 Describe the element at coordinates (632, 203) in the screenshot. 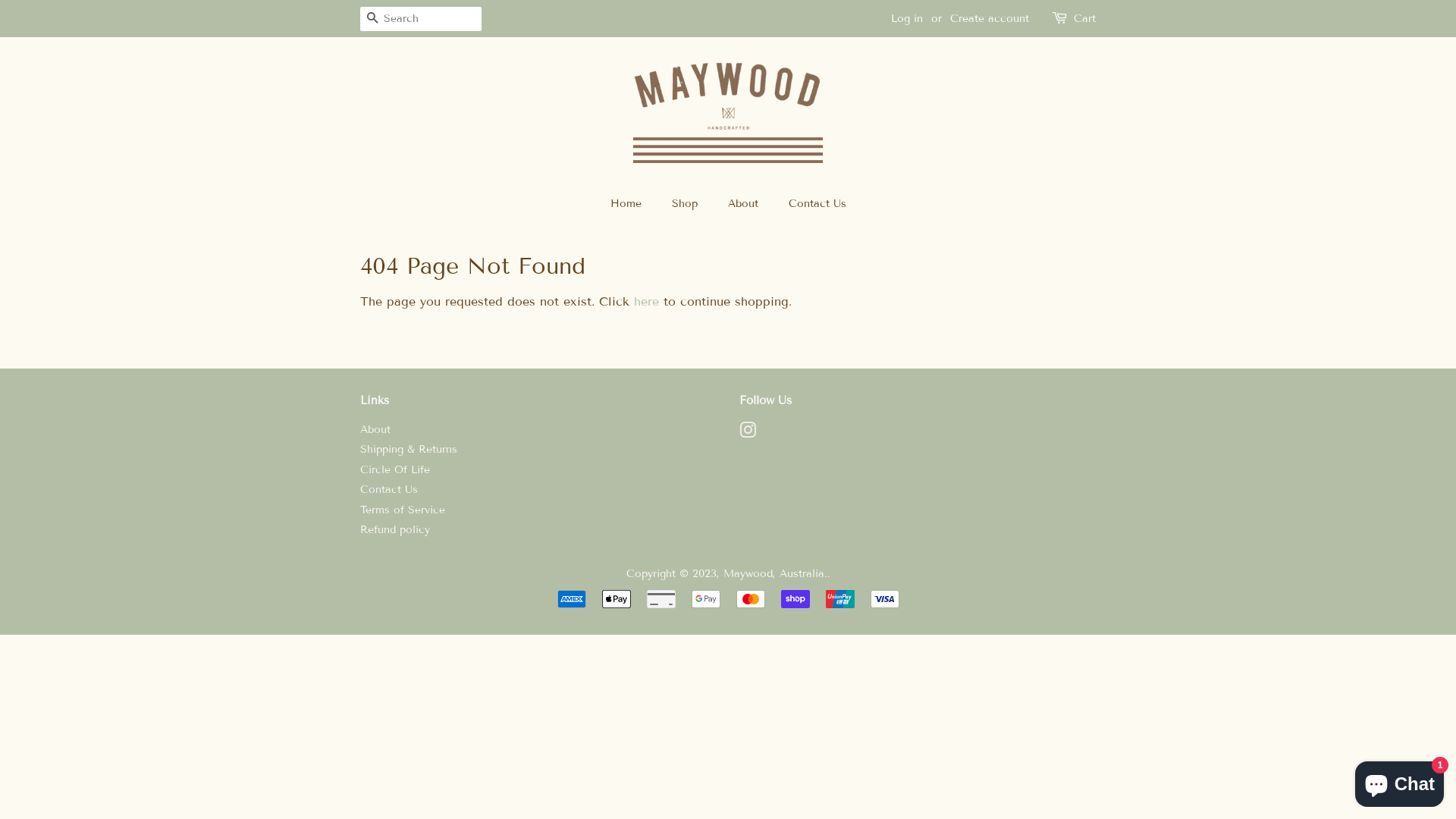

I see `'Home'` at that location.